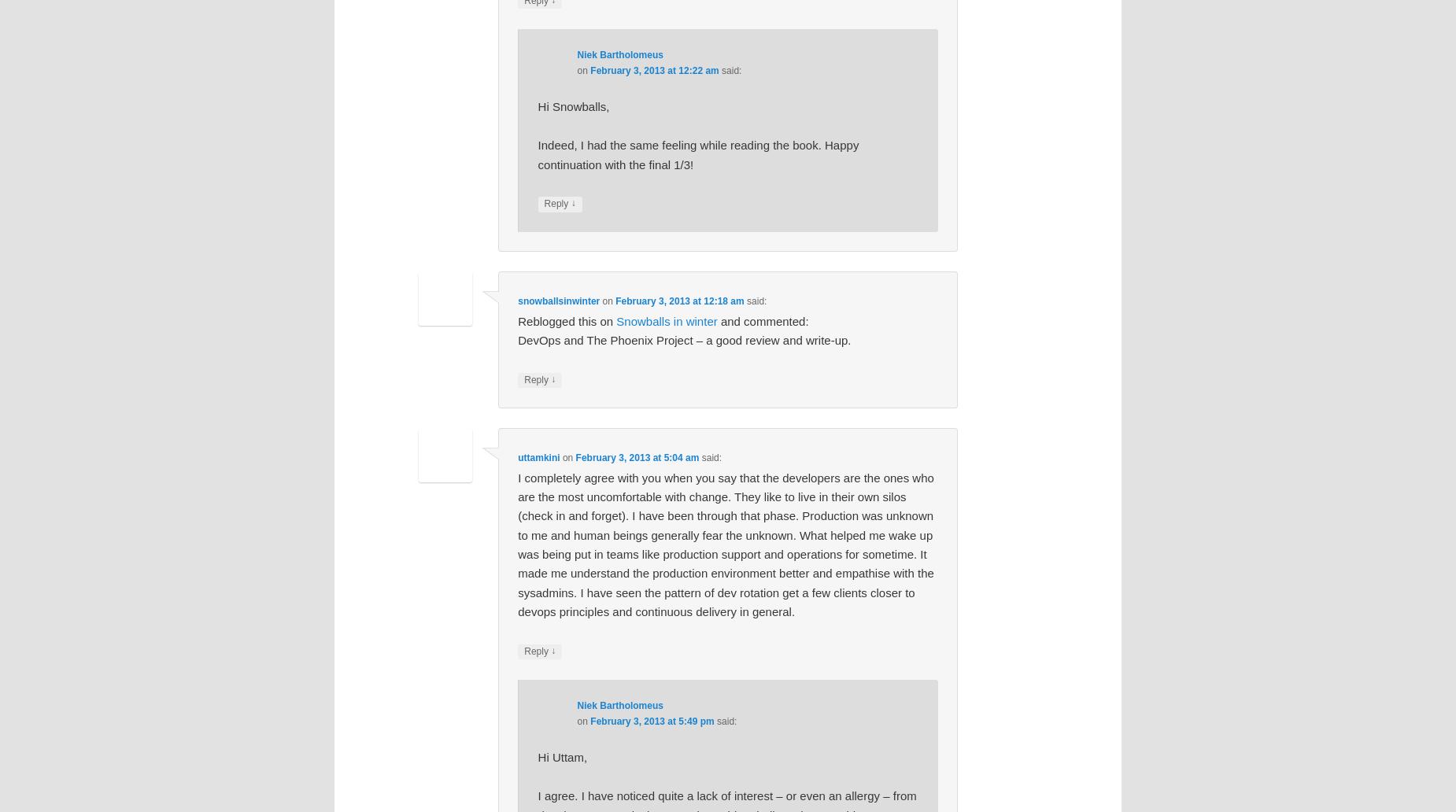  What do you see at coordinates (637, 458) in the screenshot?
I see `'February 3, 2013 at 5:04 am'` at bounding box center [637, 458].